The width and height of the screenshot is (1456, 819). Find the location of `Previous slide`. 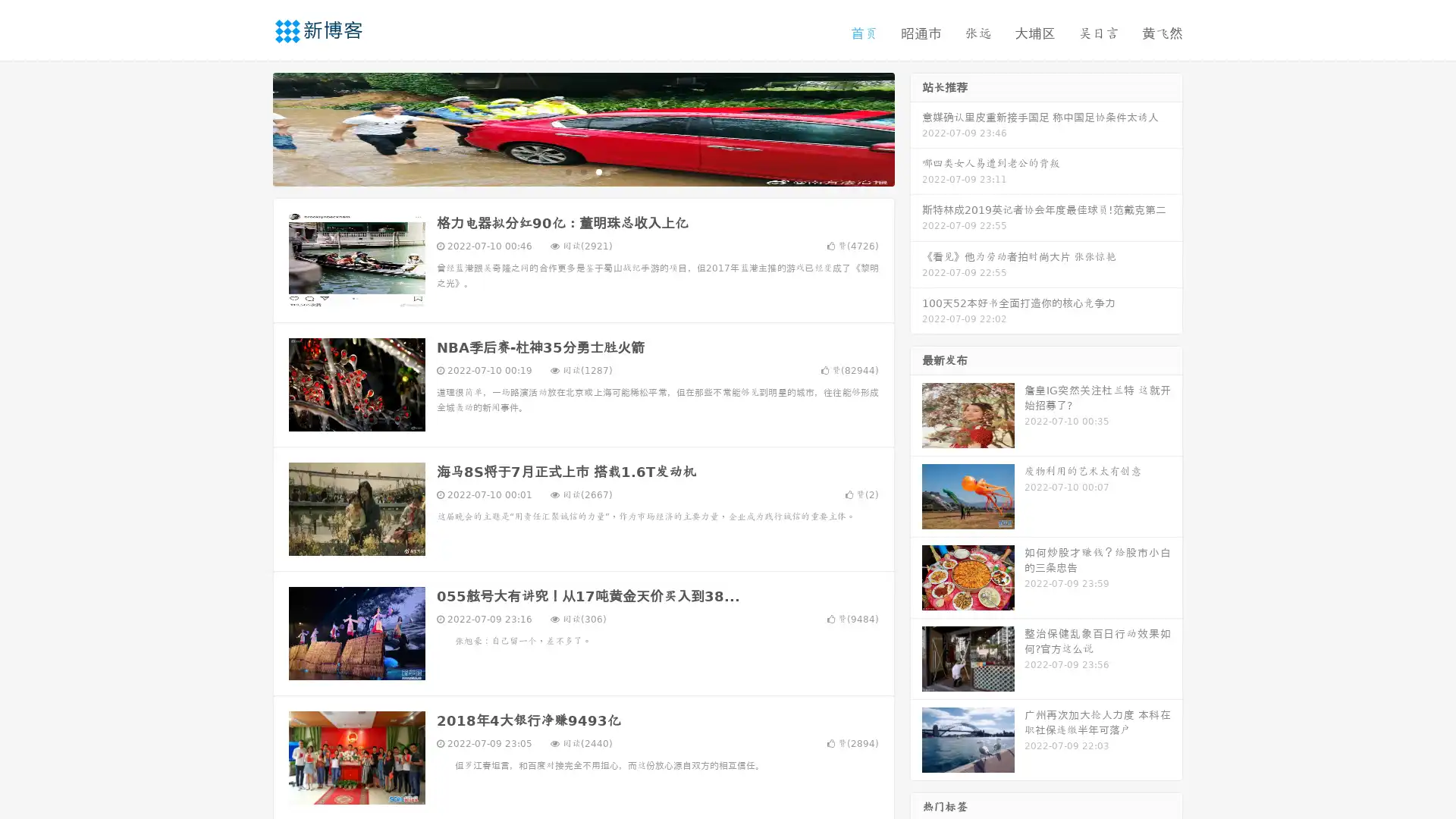

Previous slide is located at coordinates (250, 127).